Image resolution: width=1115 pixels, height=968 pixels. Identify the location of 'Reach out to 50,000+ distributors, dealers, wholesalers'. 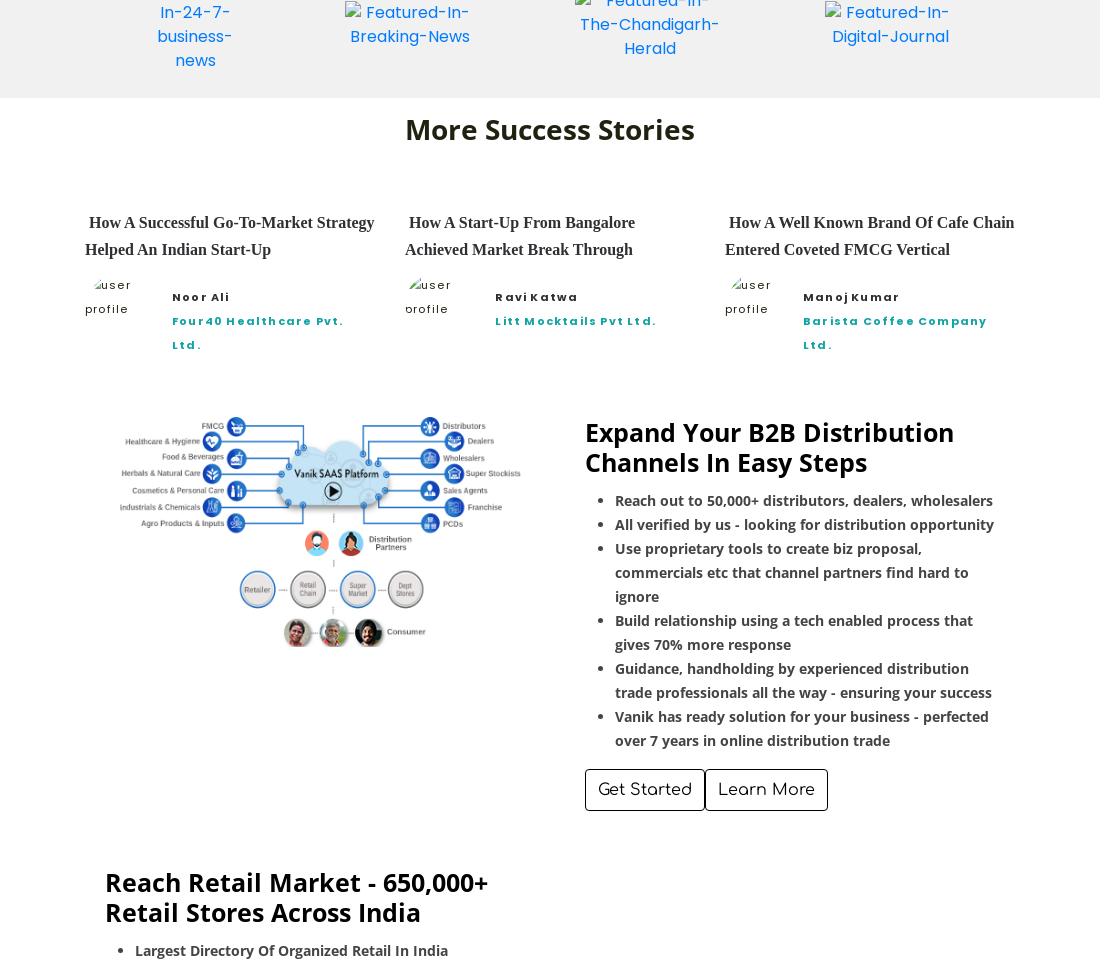
(803, 499).